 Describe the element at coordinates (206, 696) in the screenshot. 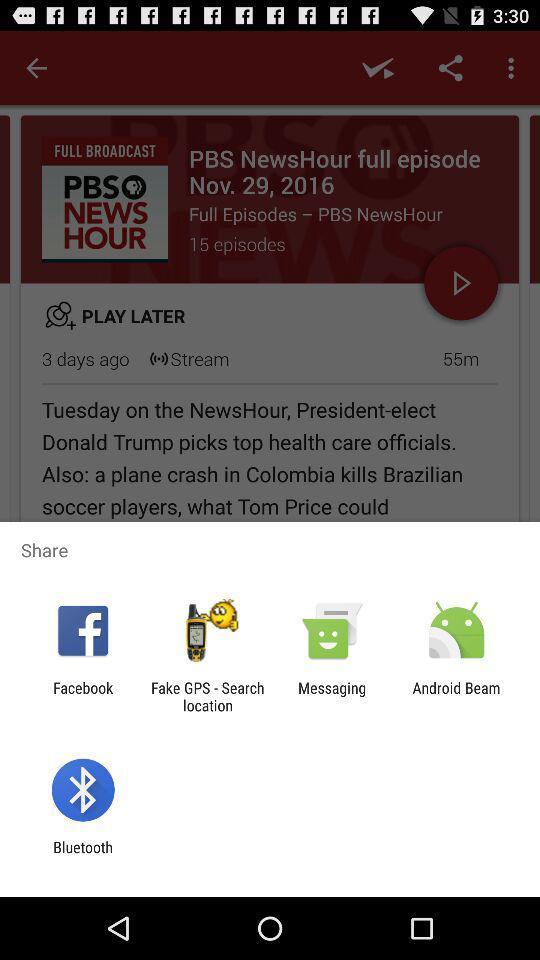

I see `the item next to the messaging app` at that location.